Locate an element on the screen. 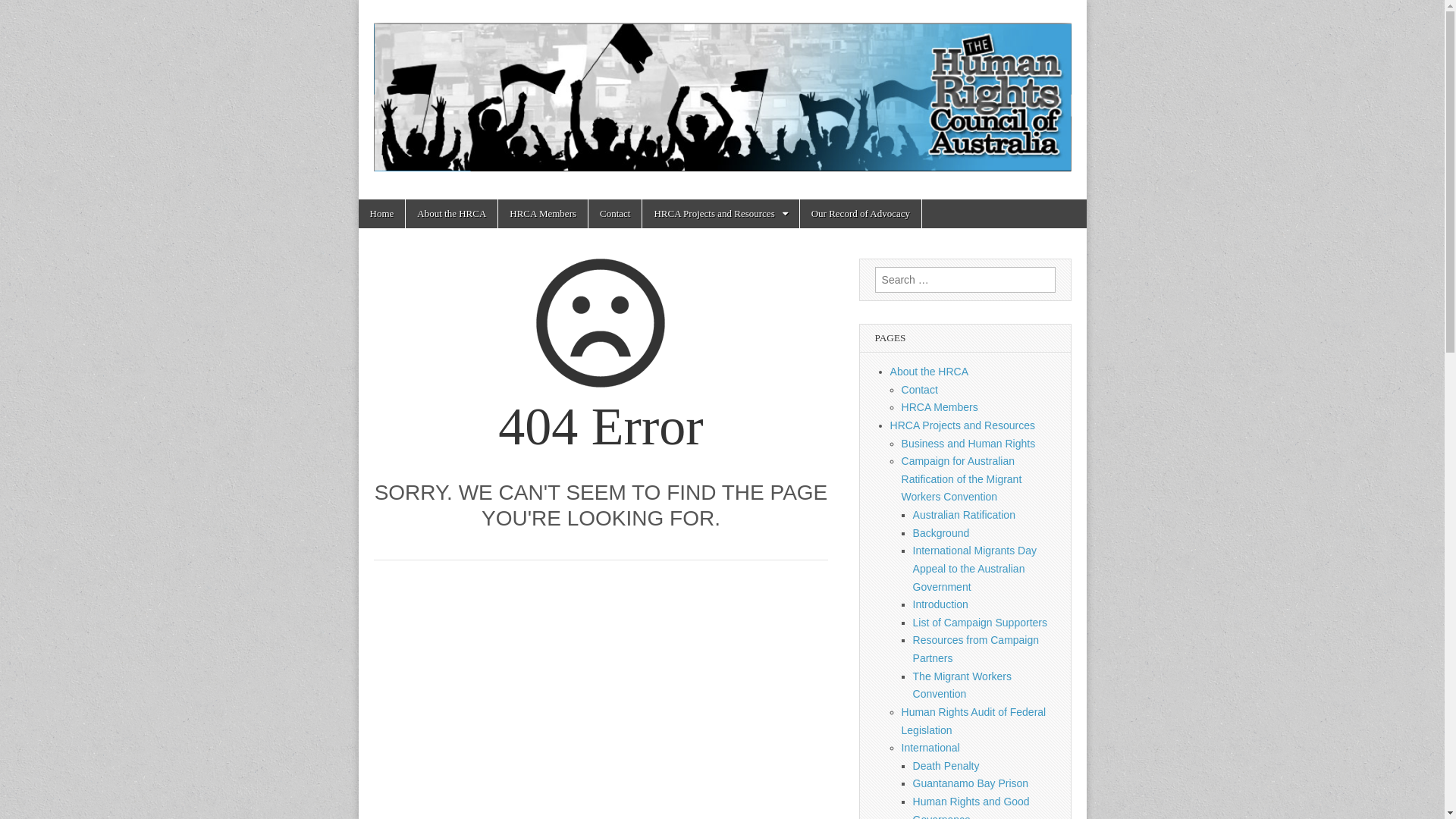  'HRCA Members' is located at coordinates (939, 406).